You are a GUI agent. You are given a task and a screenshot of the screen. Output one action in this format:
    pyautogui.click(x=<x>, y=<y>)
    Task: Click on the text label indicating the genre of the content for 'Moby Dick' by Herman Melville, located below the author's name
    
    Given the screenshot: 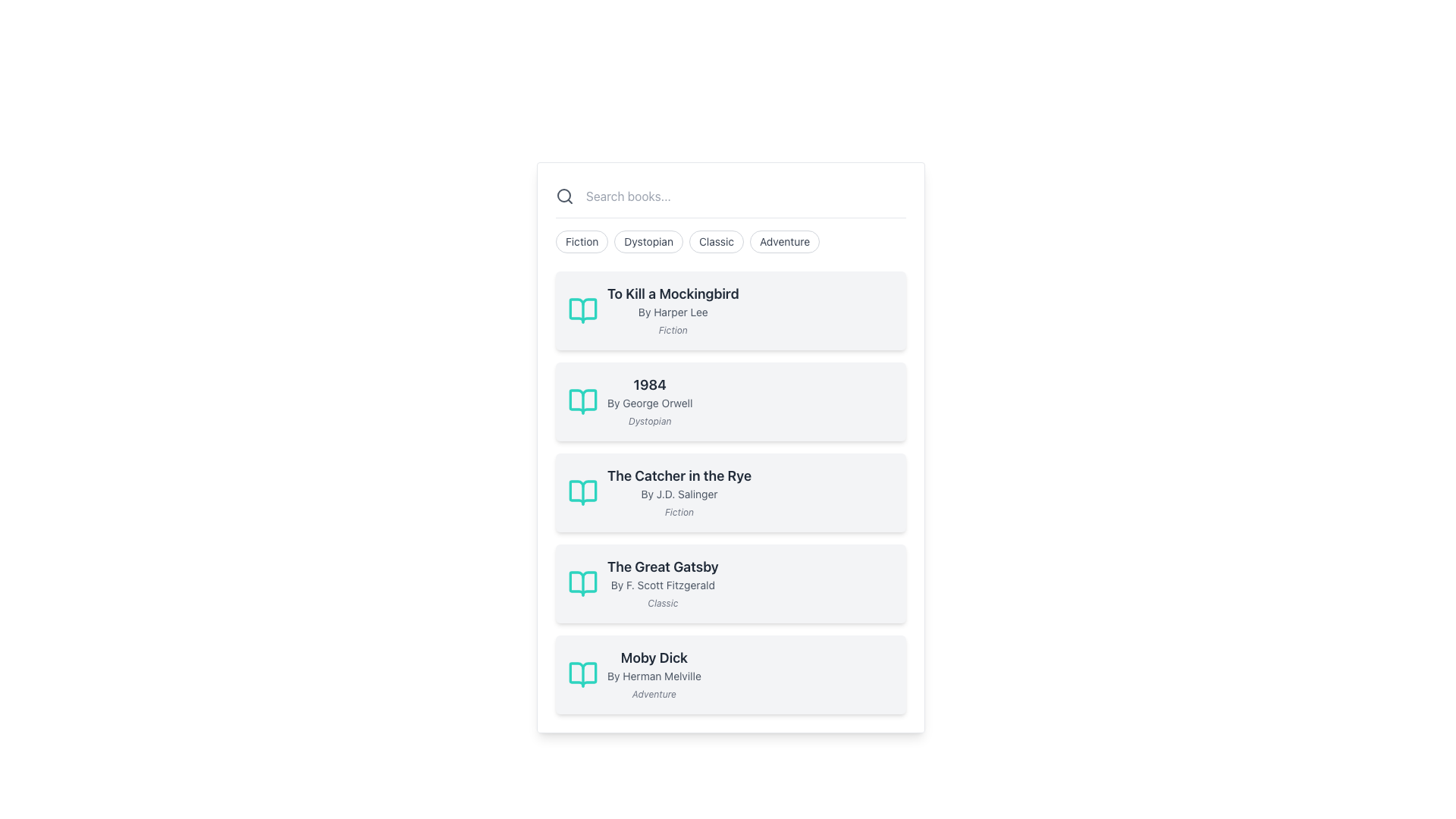 What is the action you would take?
    pyautogui.click(x=654, y=694)
    